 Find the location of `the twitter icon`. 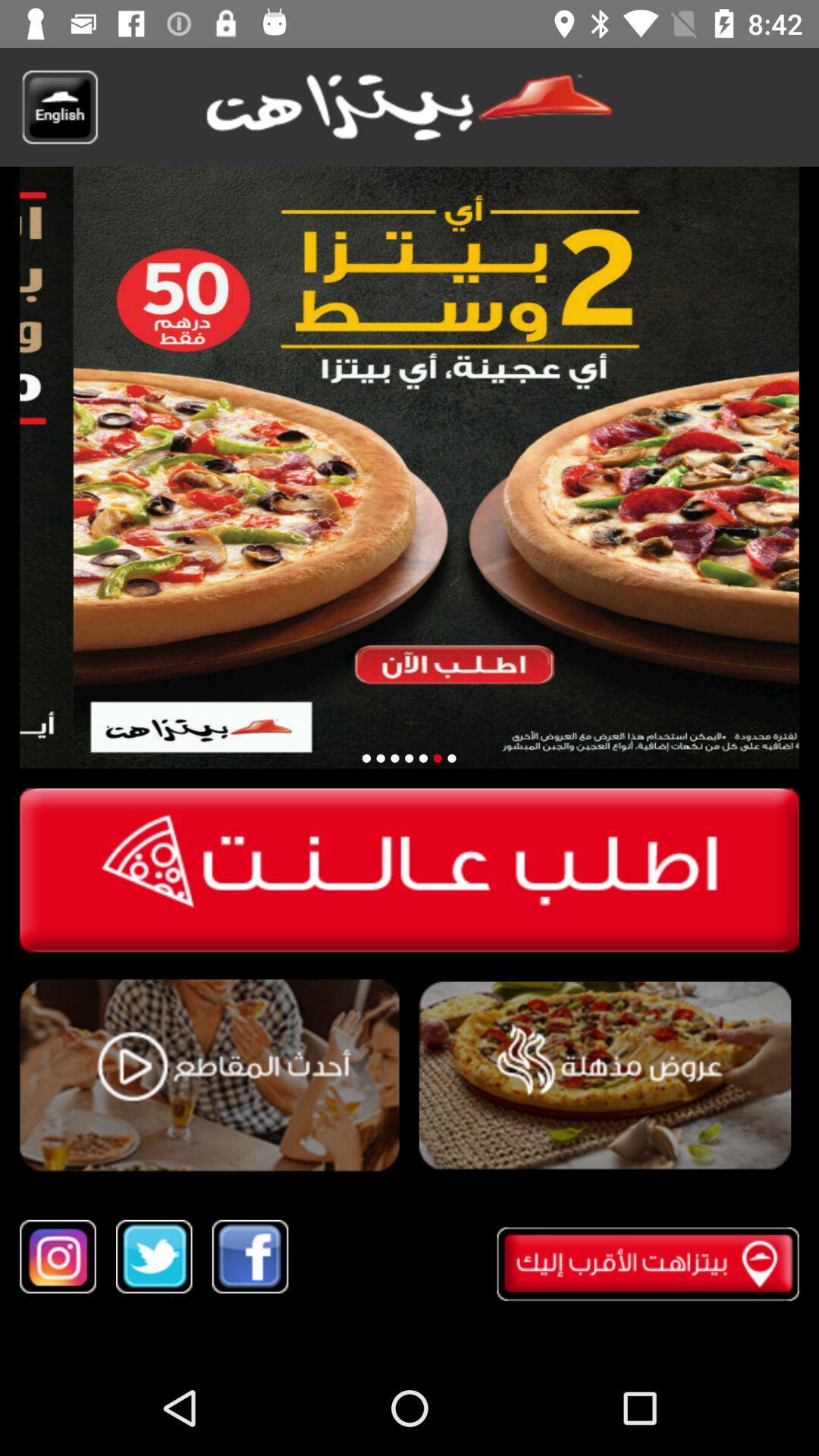

the twitter icon is located at coordinates (154, 1257).